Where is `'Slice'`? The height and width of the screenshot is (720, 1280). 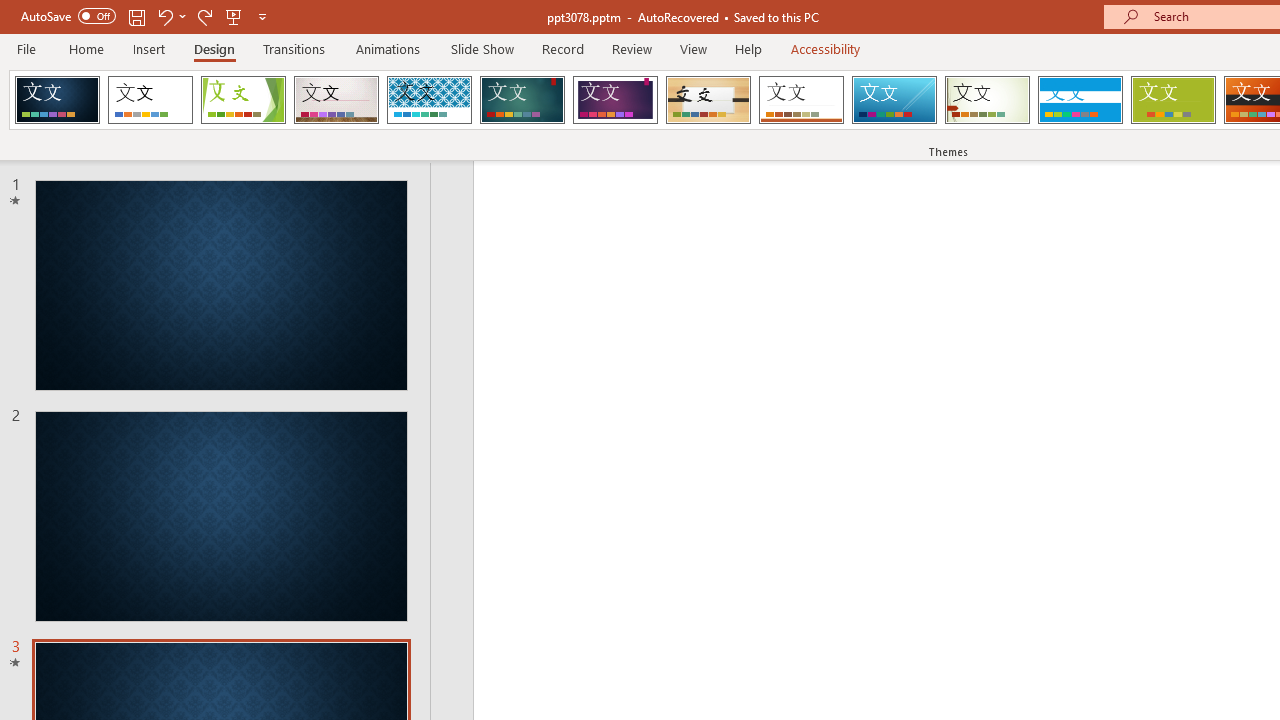 'Slice' is located at coordinates (893, 100).